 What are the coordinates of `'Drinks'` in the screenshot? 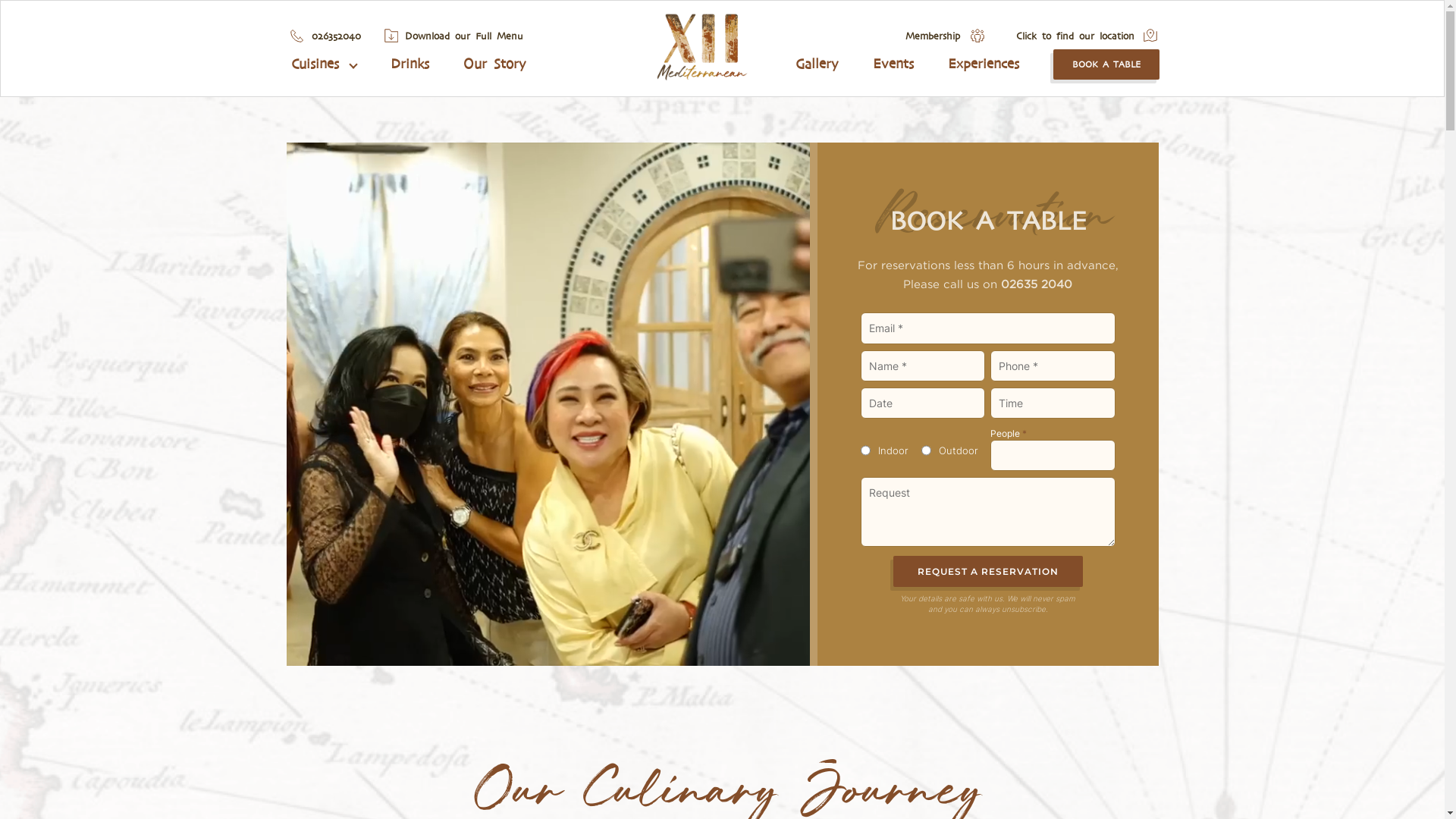 It's located at (409, 63).